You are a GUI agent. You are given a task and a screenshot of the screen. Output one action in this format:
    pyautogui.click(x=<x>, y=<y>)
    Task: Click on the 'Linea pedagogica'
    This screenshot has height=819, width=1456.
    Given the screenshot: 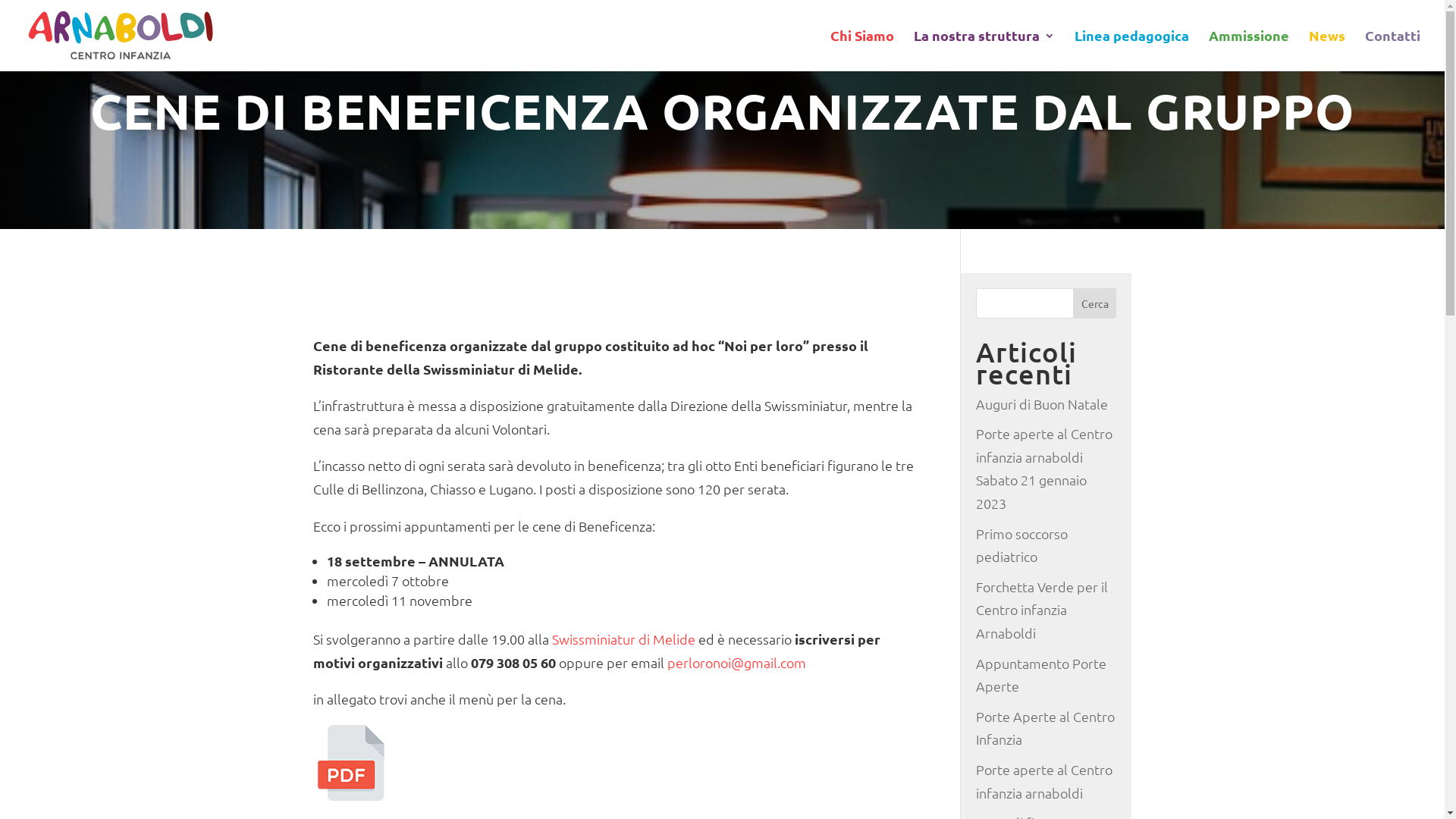 What is the action you would take?
    pyautogui.click(x=1073, y=49)
    